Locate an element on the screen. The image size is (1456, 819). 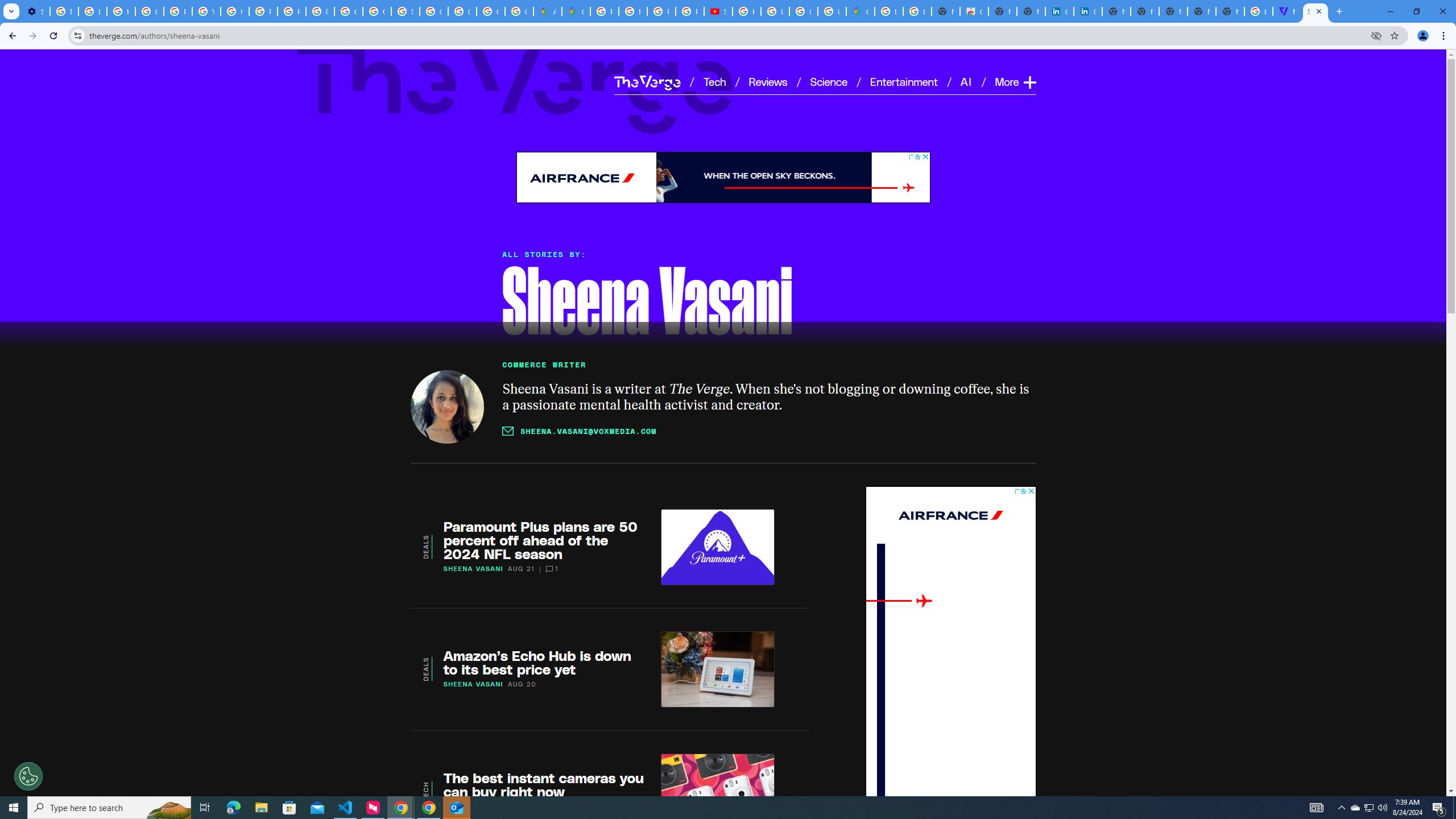
'Google Maps' is located at coordinates (575, 11).